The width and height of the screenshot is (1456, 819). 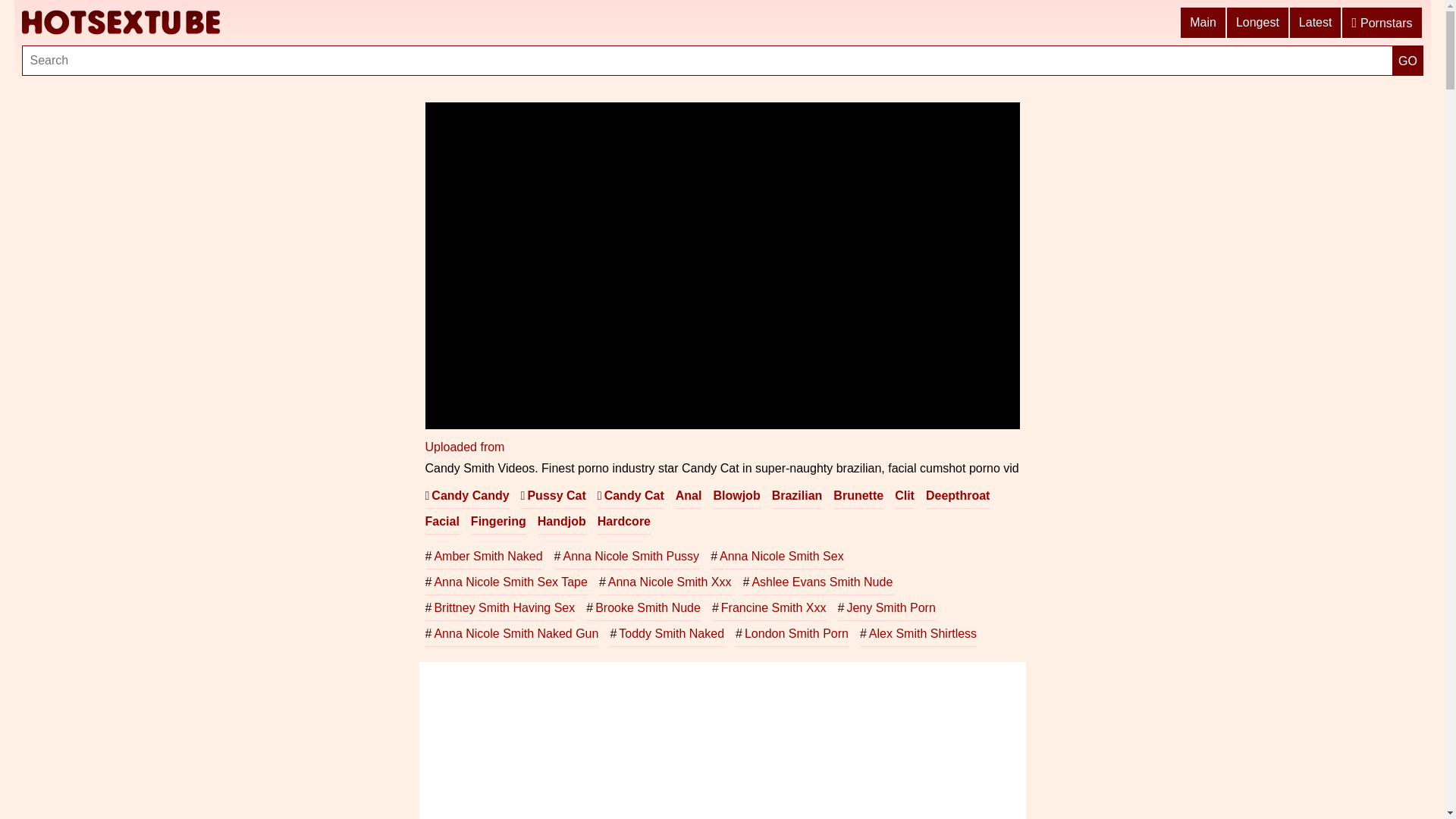 I want to click on 'Candy Candy', so click(x=466, y=496).